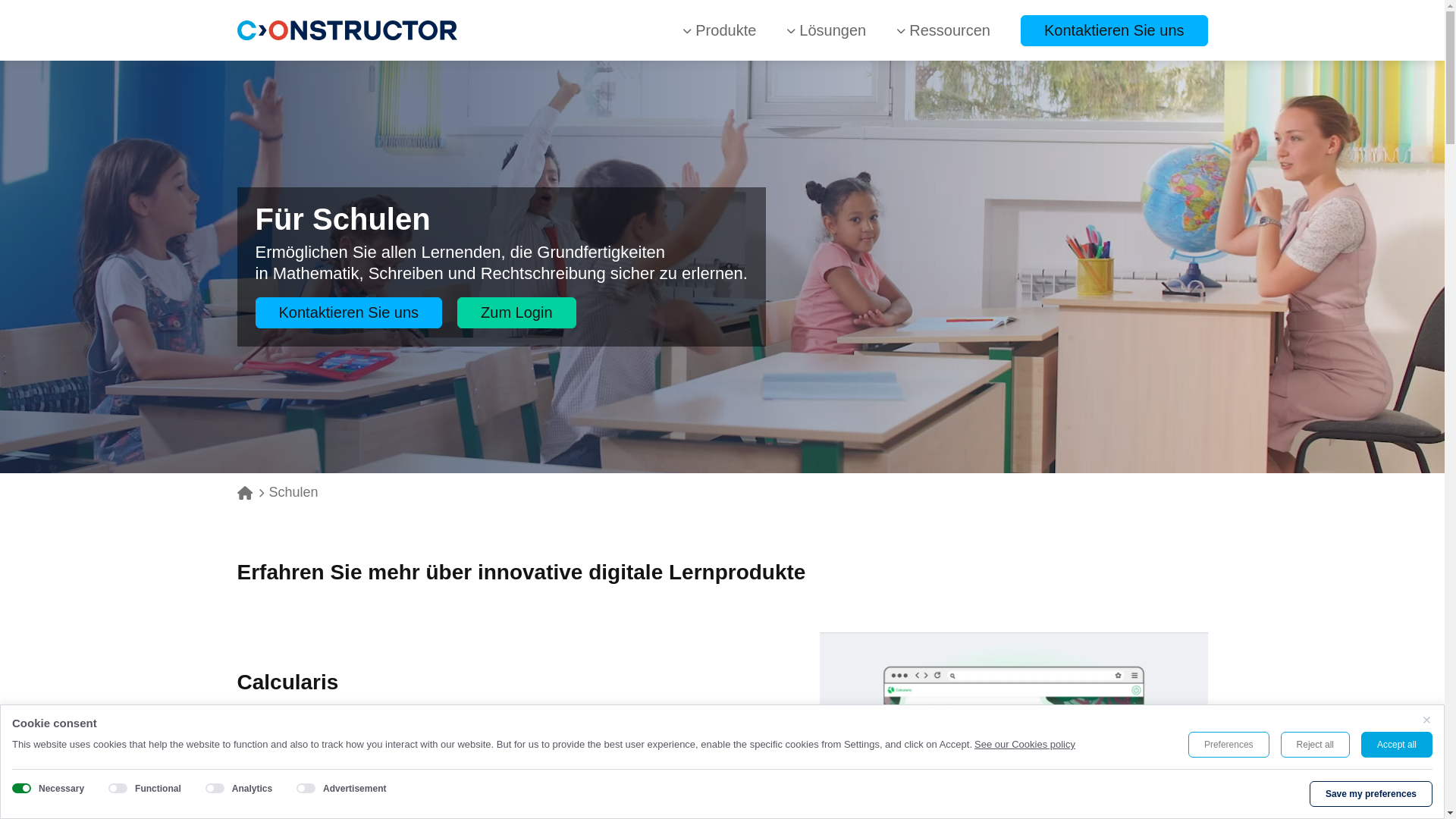 The width and height of the screenshot is (1456, 819). Describe the element at coordinates (896, 30) in the screenshot. I see `'Ressourcen'` at that location.